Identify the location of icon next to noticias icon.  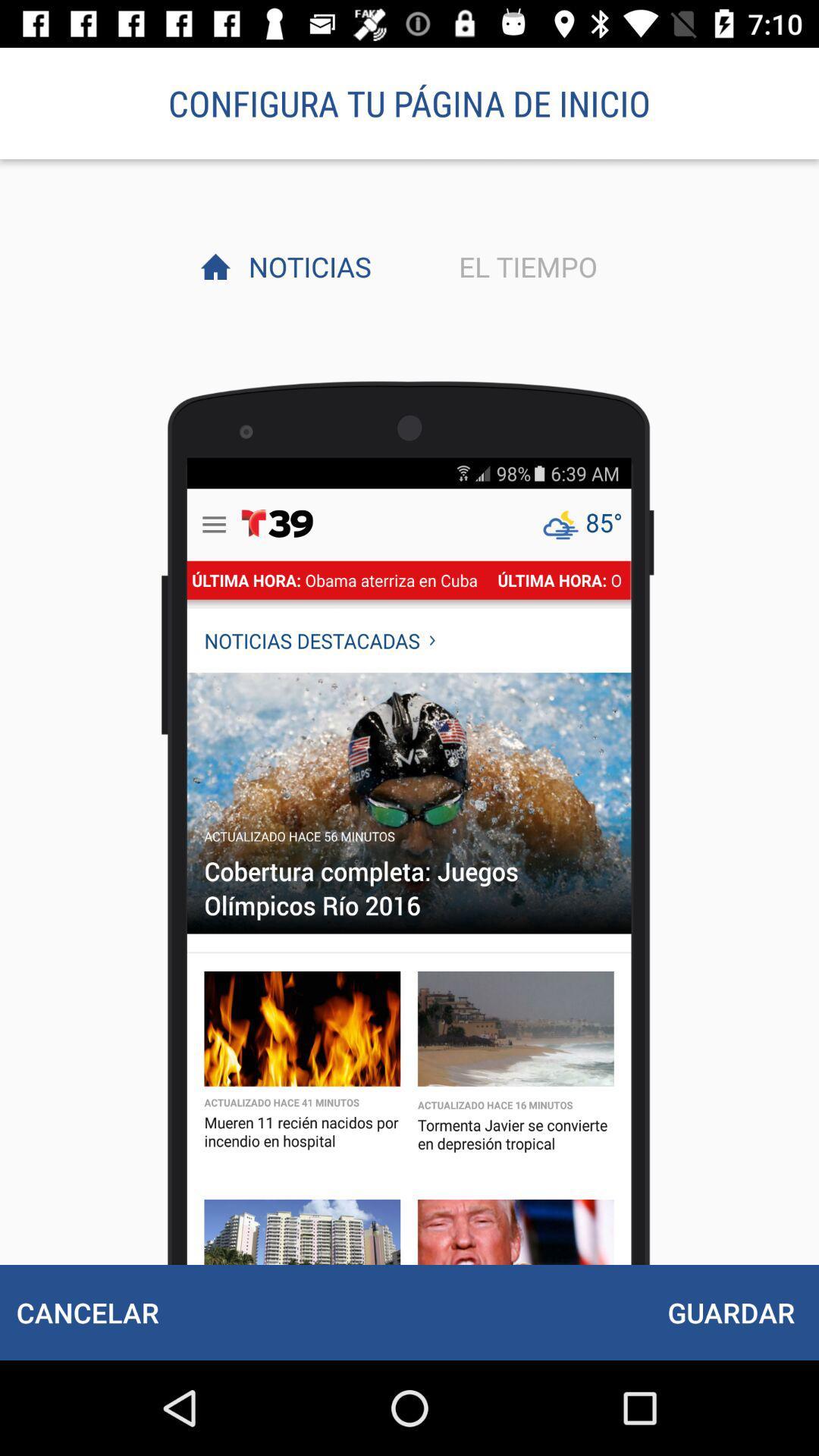
(523, 266).